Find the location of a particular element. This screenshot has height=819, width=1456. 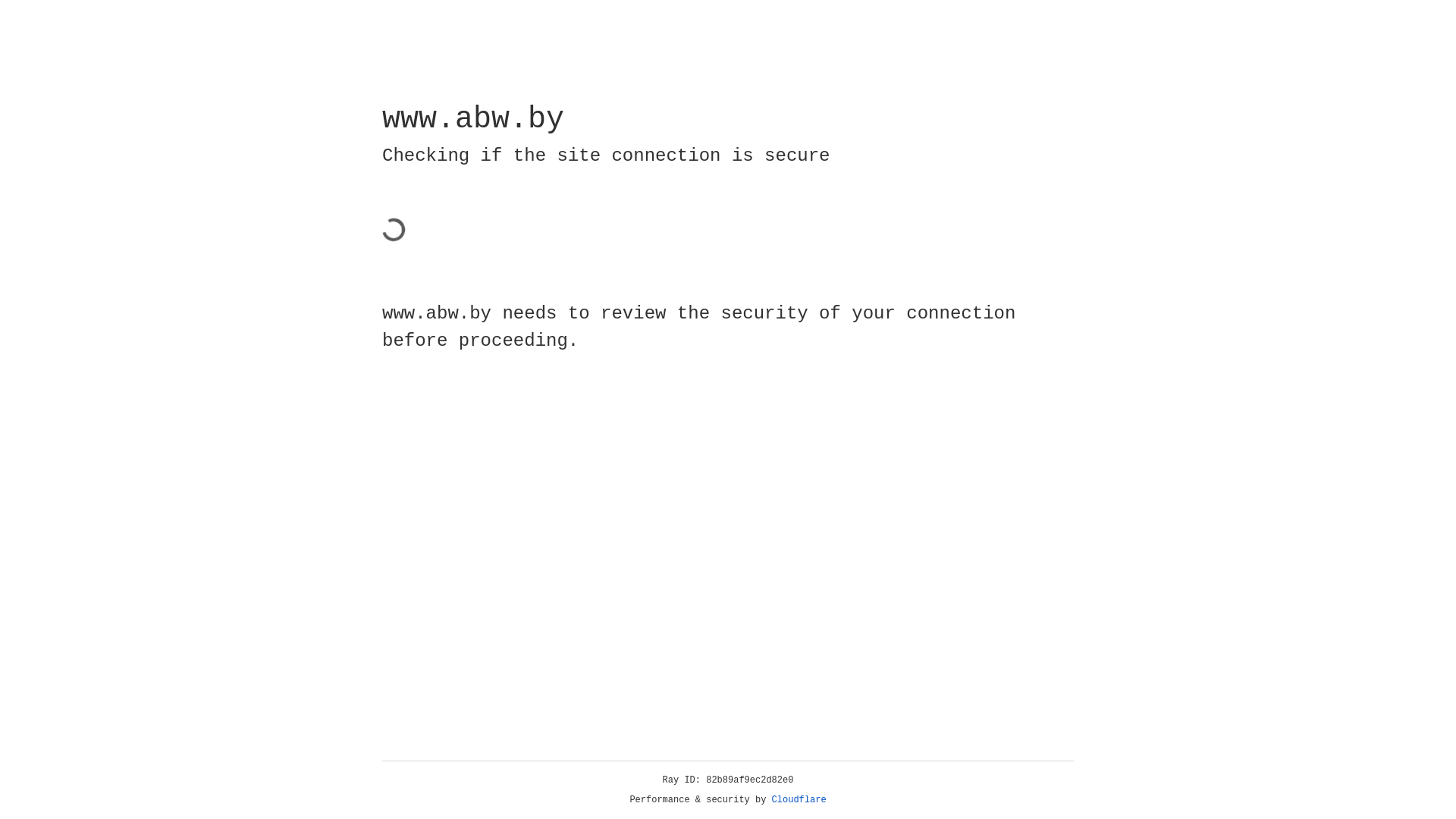

'Cloudflare' is located at coordinates (799, 799).